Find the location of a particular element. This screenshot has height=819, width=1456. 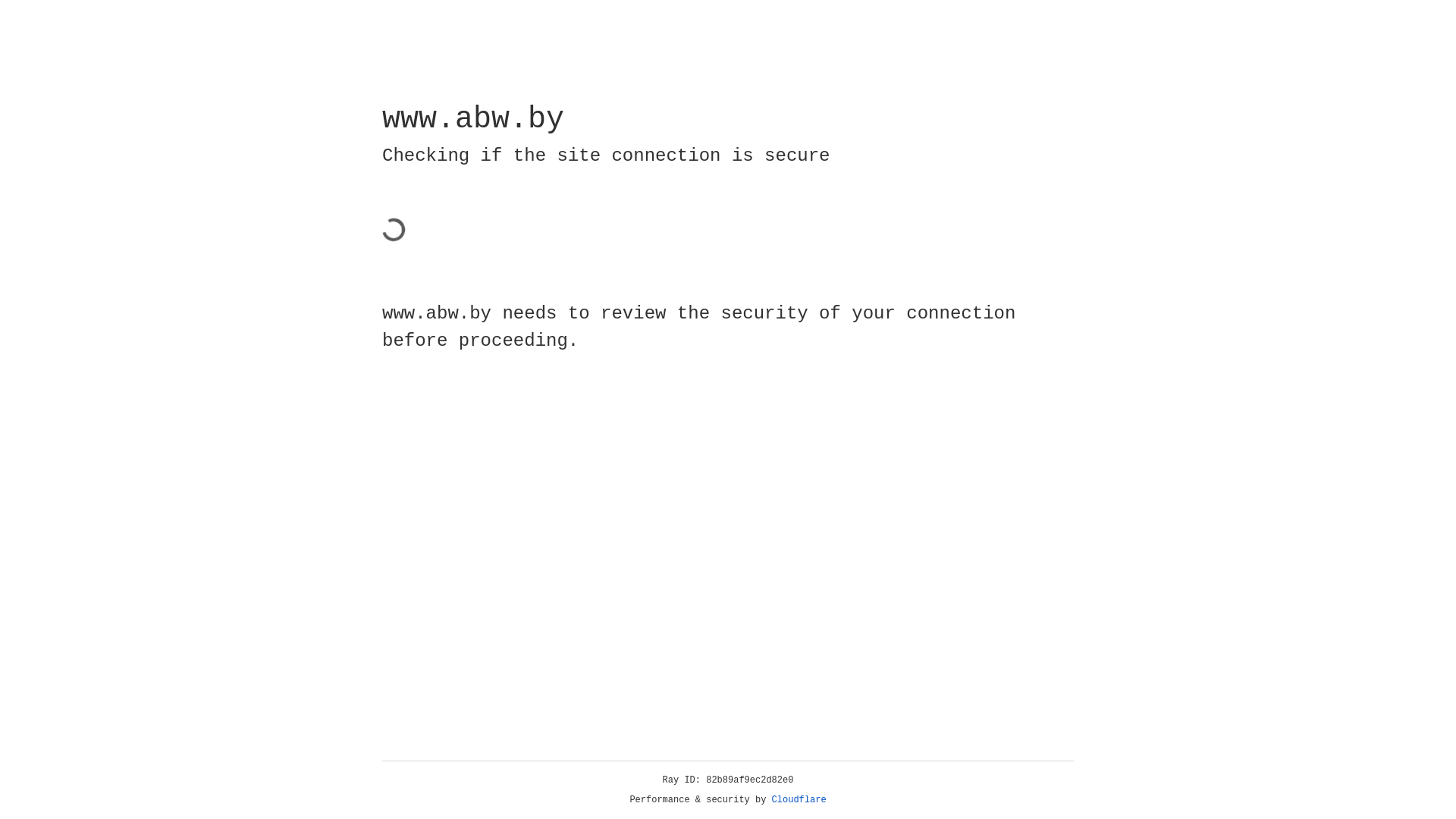

'Cloudflare' is located at coordinates (799, 799).